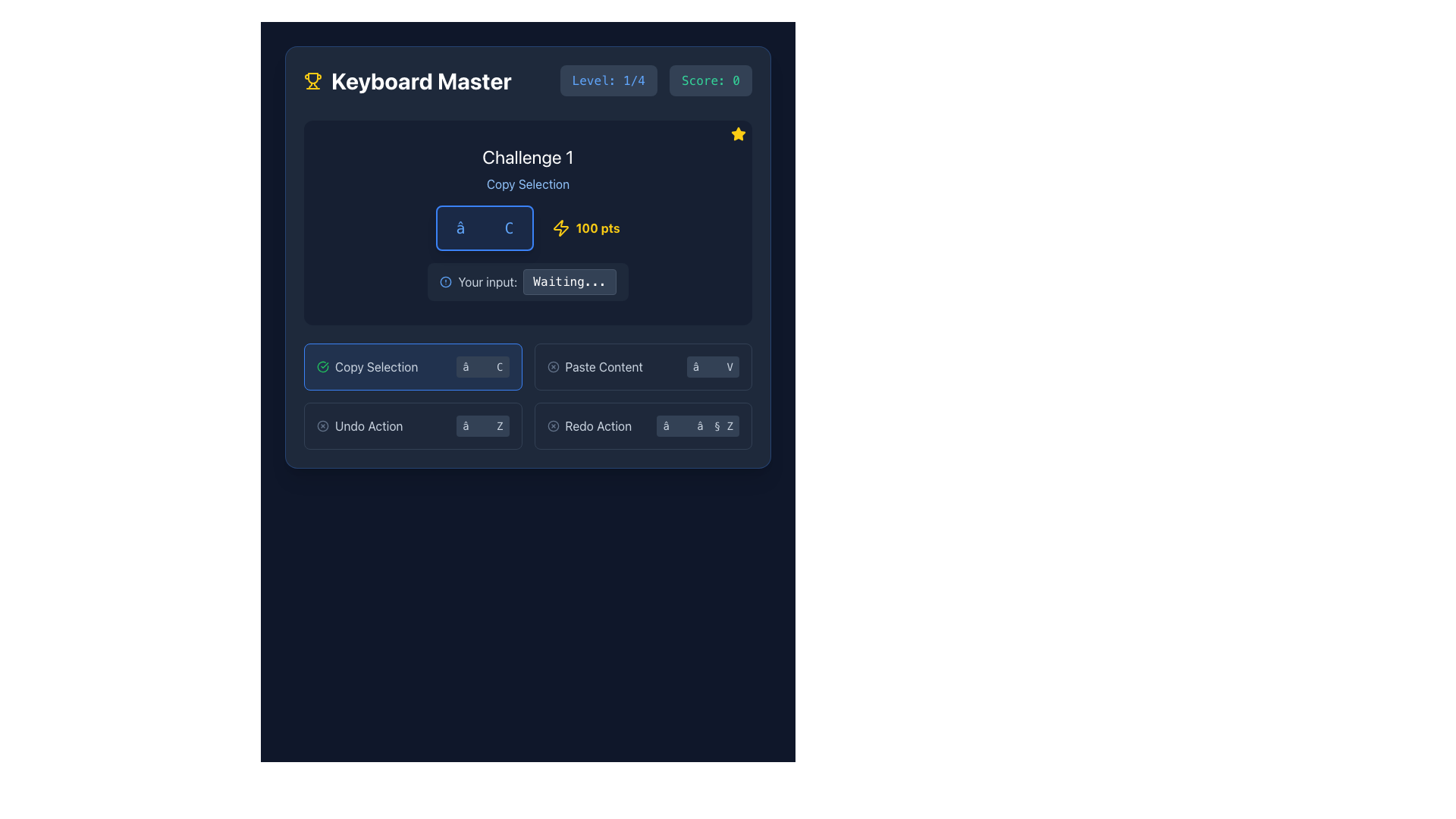 The width and height of the screenshot is (1456, 819). What do you see at coordinates (585, 227) in the screenshot?
I see `the label displaying '100 pts' with a lightning bolt icon, which is prominently positioned to the right of the blue-highlighted section labeled 'C' in the 'Challenge 1' area` at bounding box center [585, 227].